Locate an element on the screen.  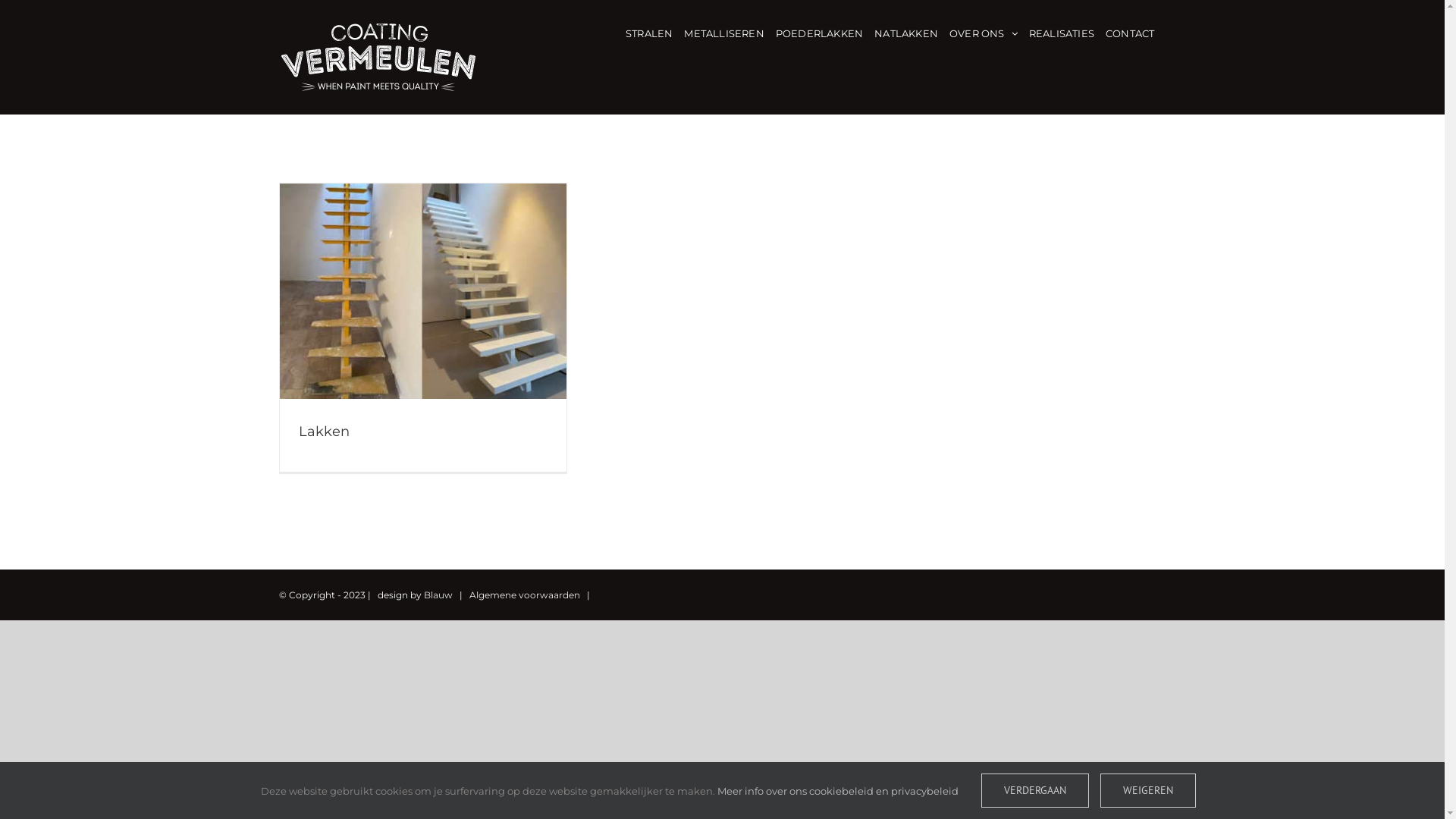
'POEDERLAKKEN' is located at coordinates (818, 32).